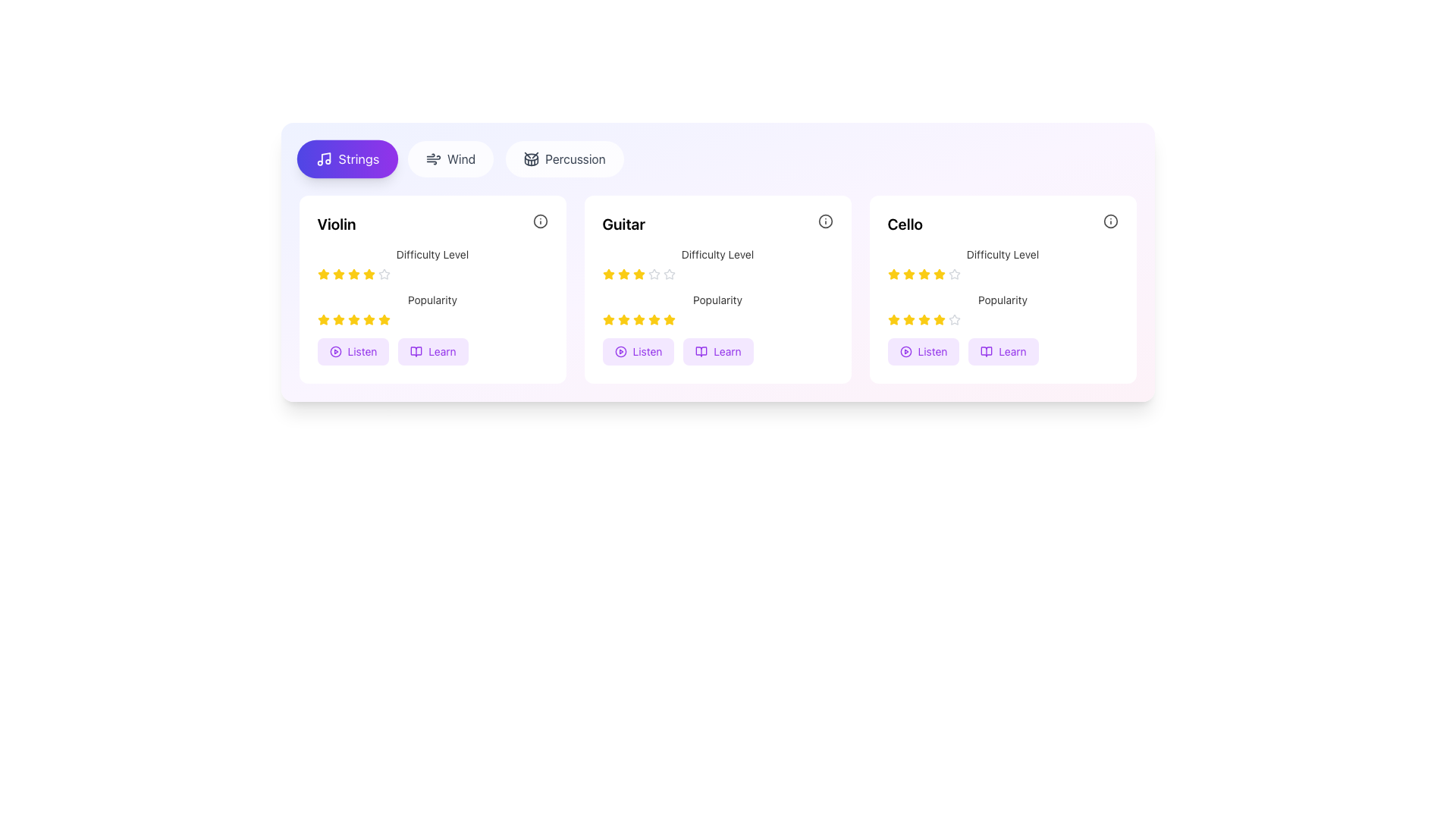  I want to click on the third yellow star icon in the 'Popularity' section of the 'Cello' card, which is filled and active, so click(908, 318).